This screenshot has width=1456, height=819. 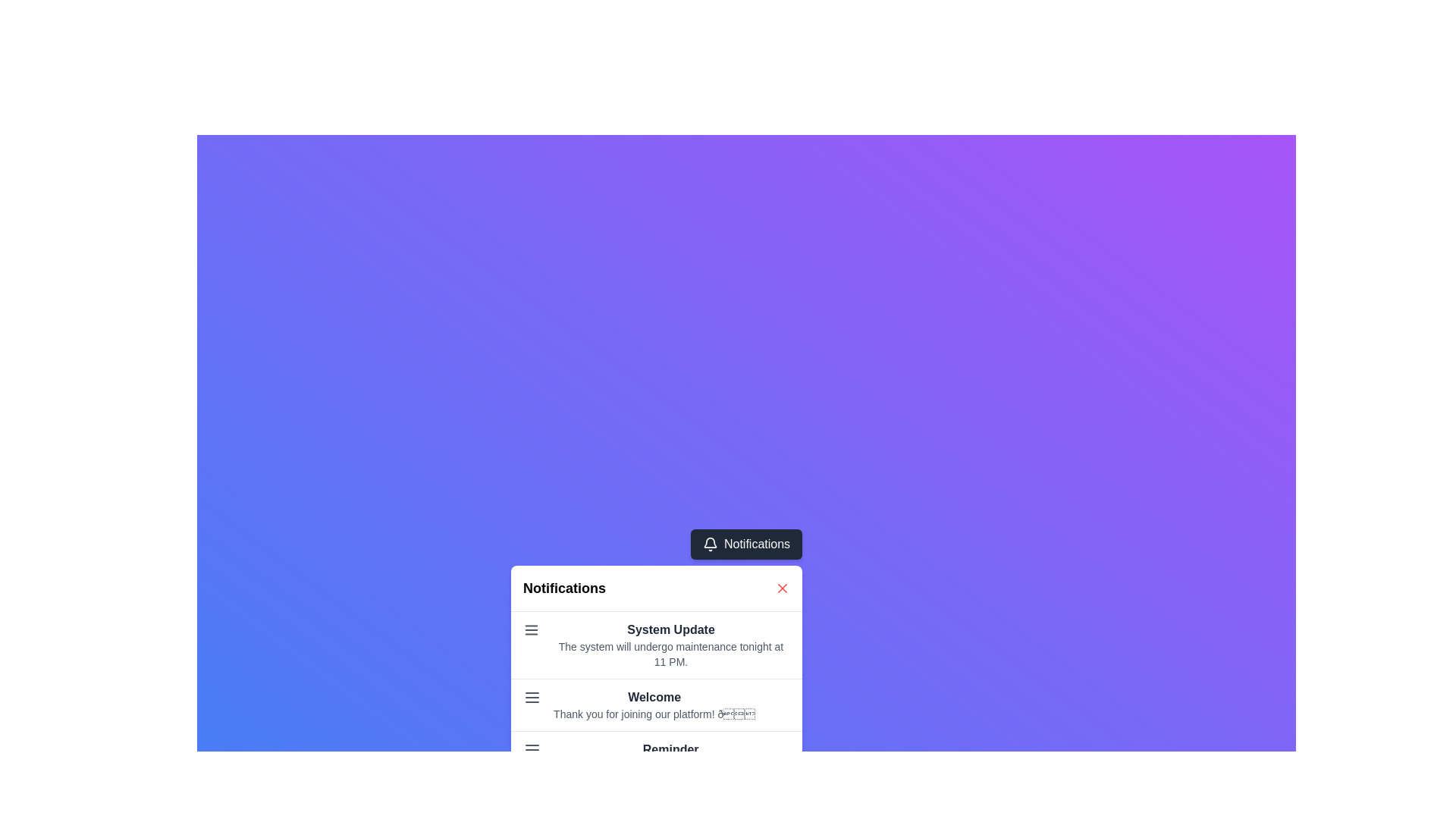 I want to click on the menu icon associated with the 'System Update' notification located in the notification panel, so click(x=531, y=629).